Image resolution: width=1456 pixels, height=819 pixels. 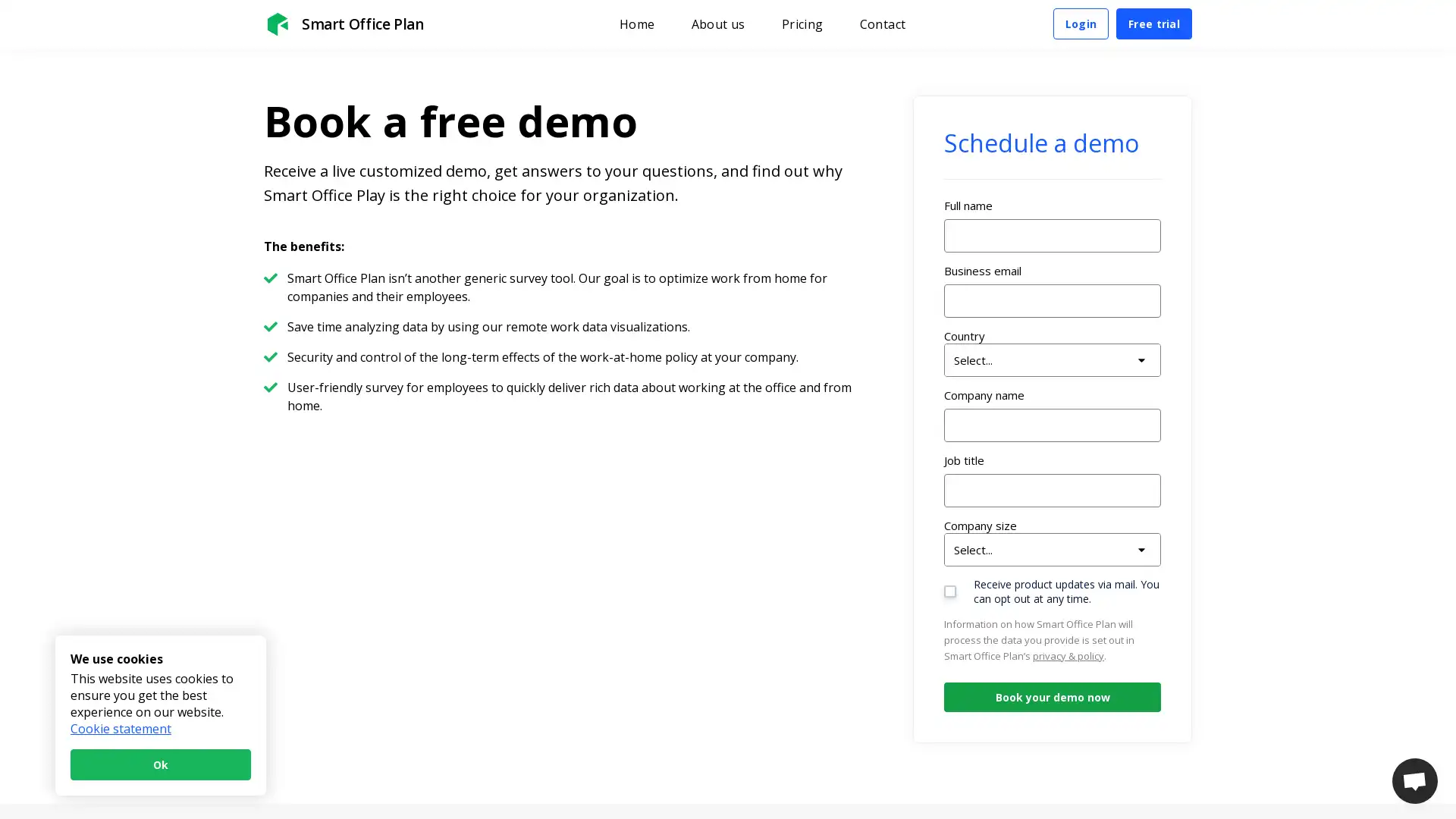 I want to click on Free trial, so click(x=1153, y=24).